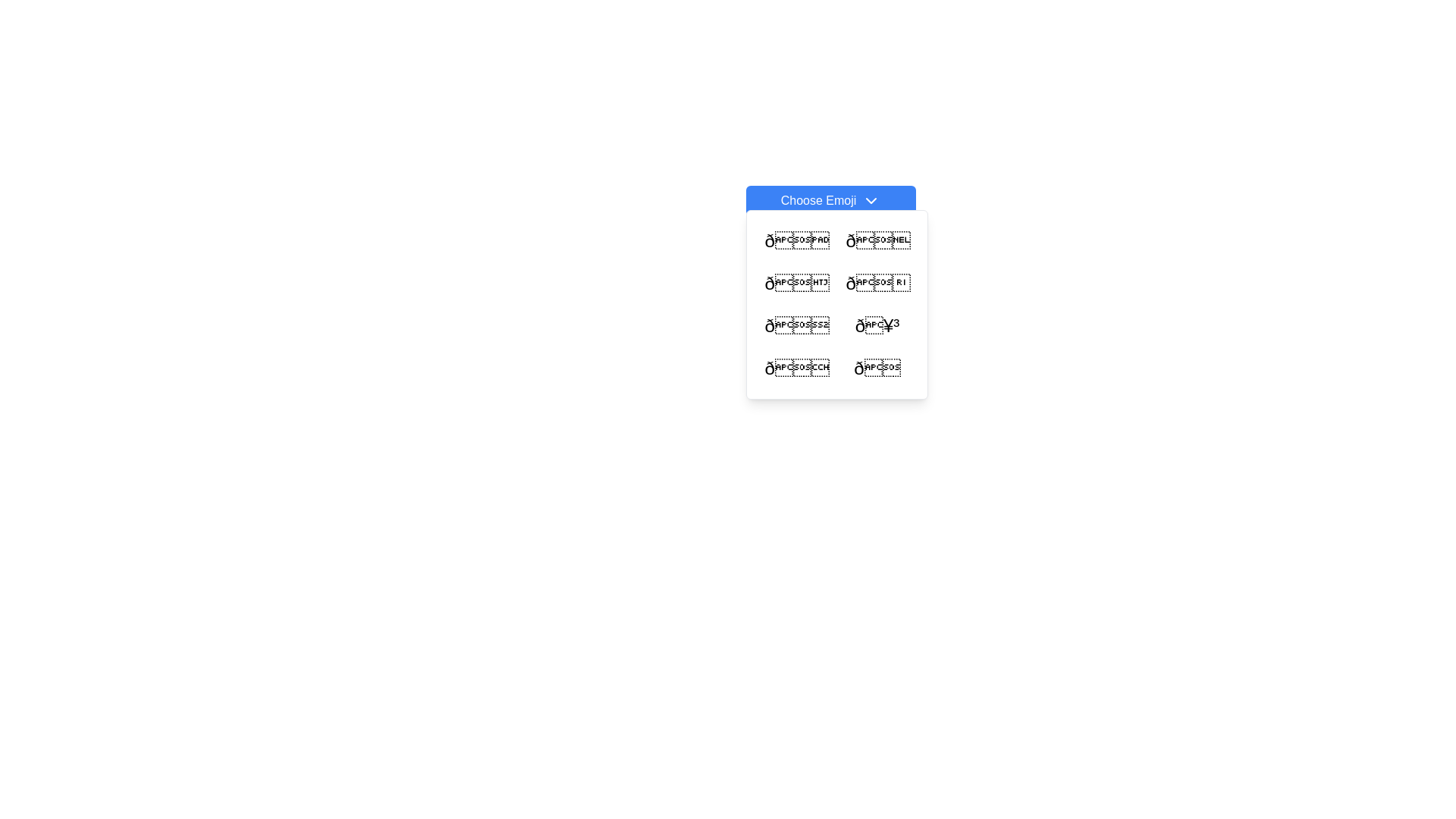  I want to click on the smiling face emoji icon in the first row and second column of the emoji grid, so click(877, 240).